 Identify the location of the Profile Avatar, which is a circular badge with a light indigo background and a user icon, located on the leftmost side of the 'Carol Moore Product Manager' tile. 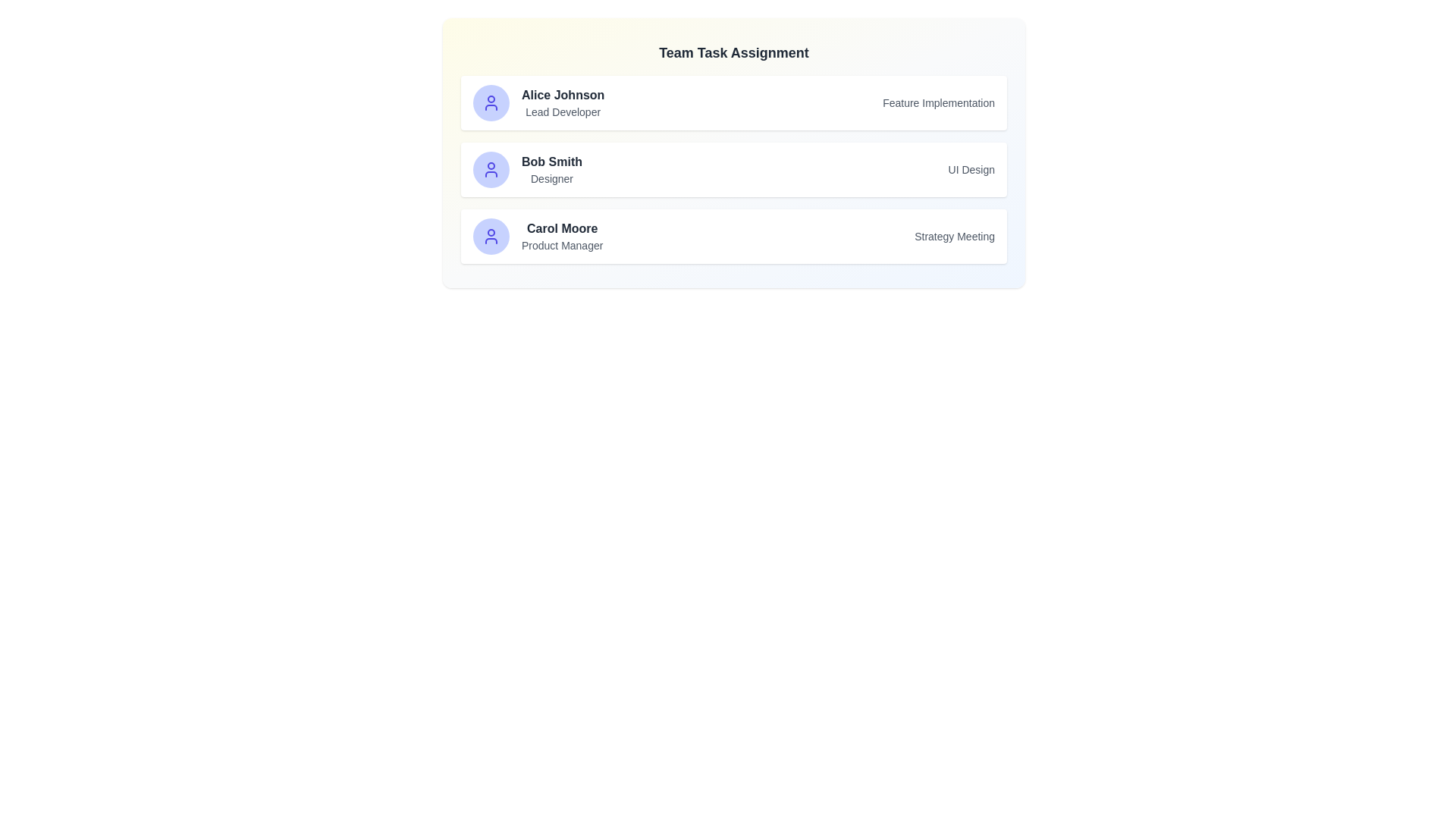
(491, 237).